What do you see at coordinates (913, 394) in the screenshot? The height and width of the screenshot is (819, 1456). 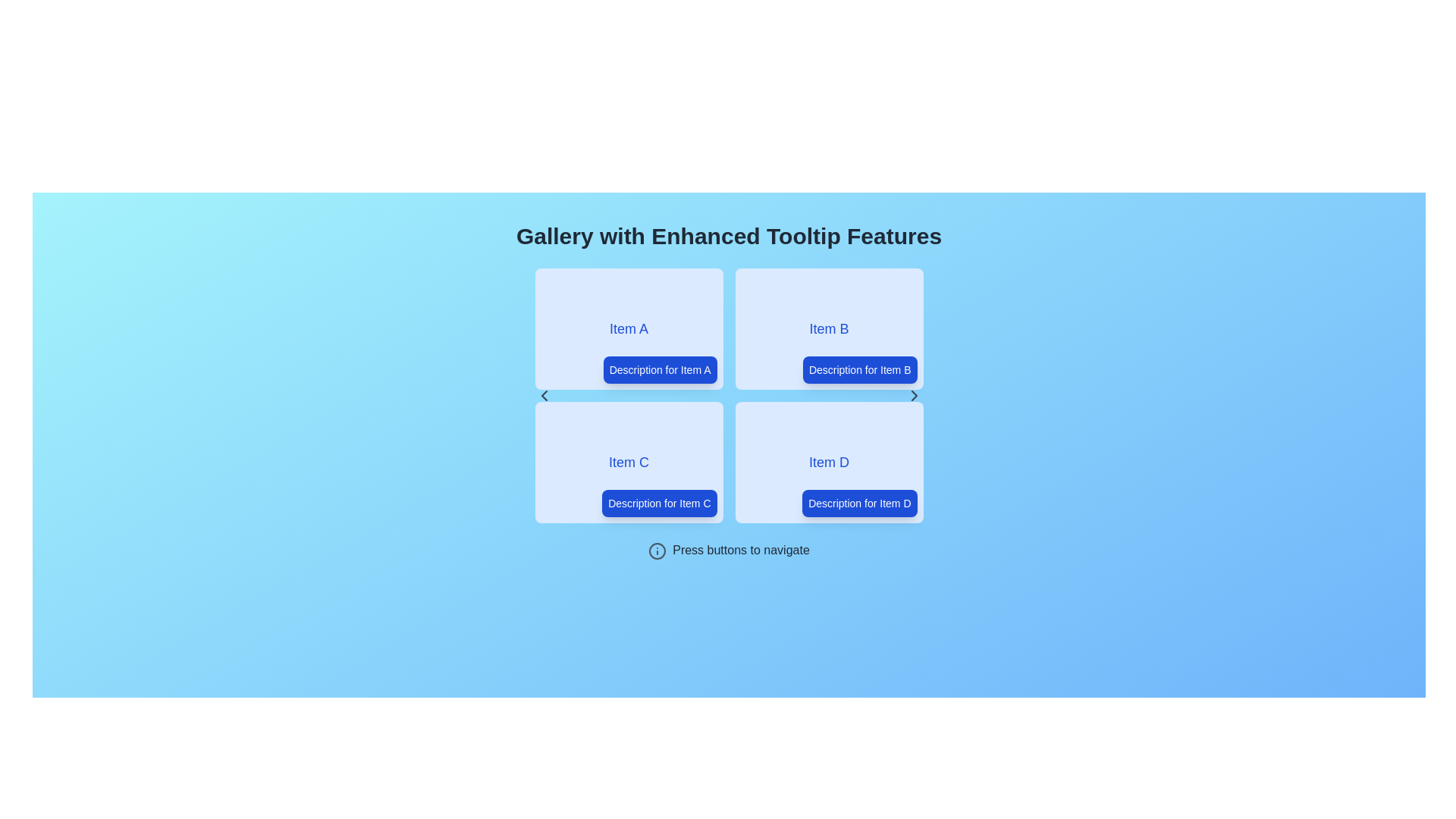 I see `the arrow-shaped icon pointing to the right, which is centrally positioned within the right margin of the 'Item D' panel to trigger visual feedback` at bounding box center [913, 394].